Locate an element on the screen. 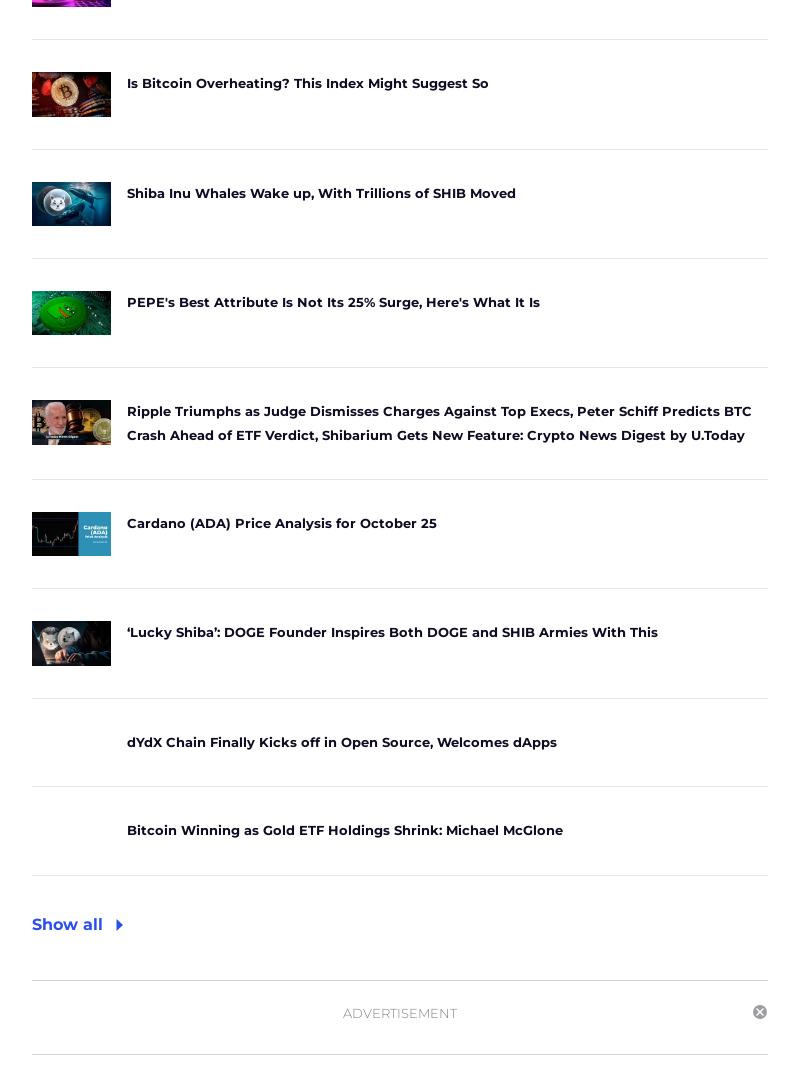 Image resolution: width=800 pixels, height=1076 pixels. 'Shiba Inu Whales Wake up, With Trillions of SHIB Moved' is located at coordinates (320, 190).